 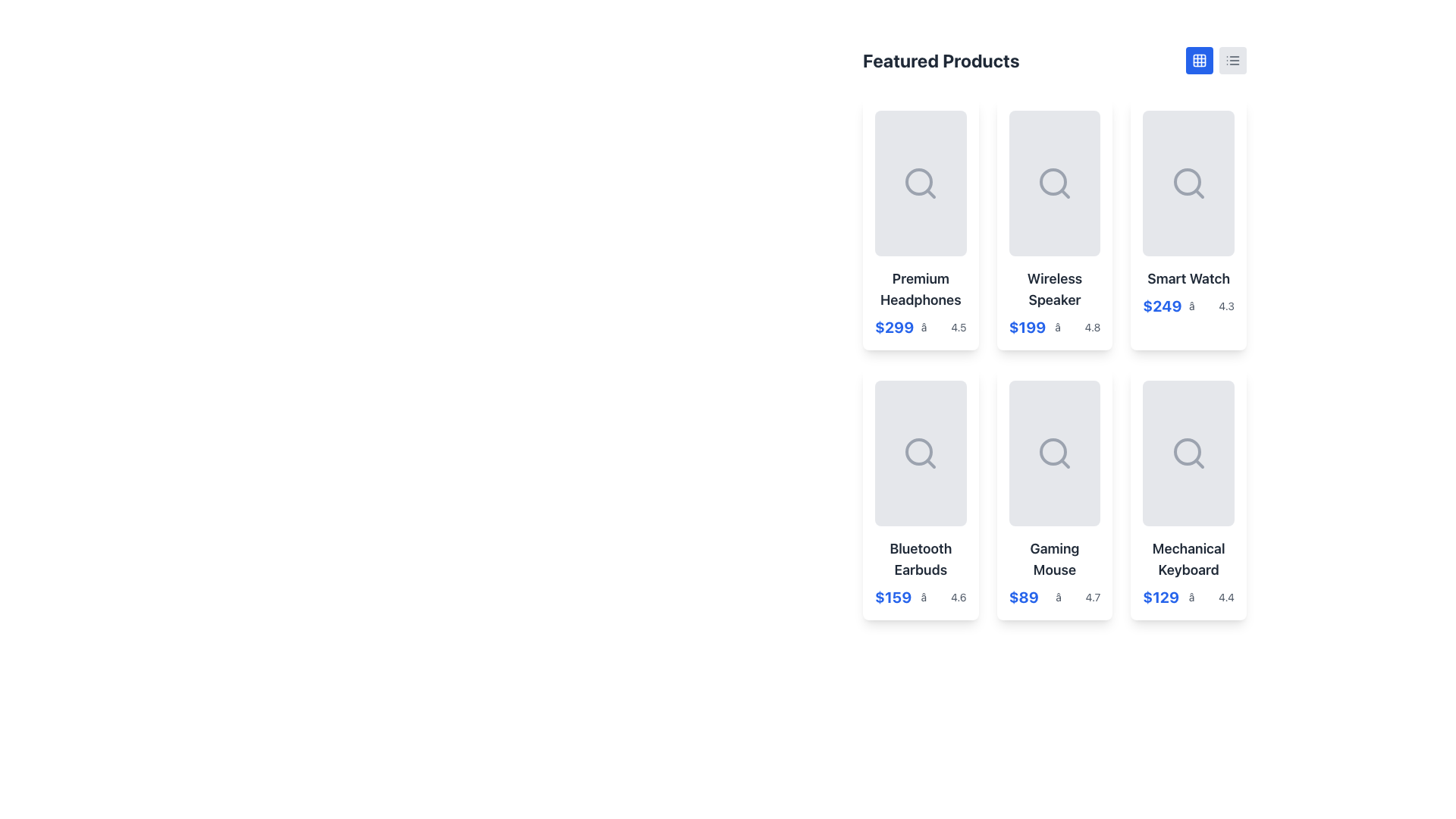 I want to click on the small magnifying glass icon located in the bottom-right card of the grid layout under the 'Mechanical Keyboard' label, so click(x=1198, y=463).